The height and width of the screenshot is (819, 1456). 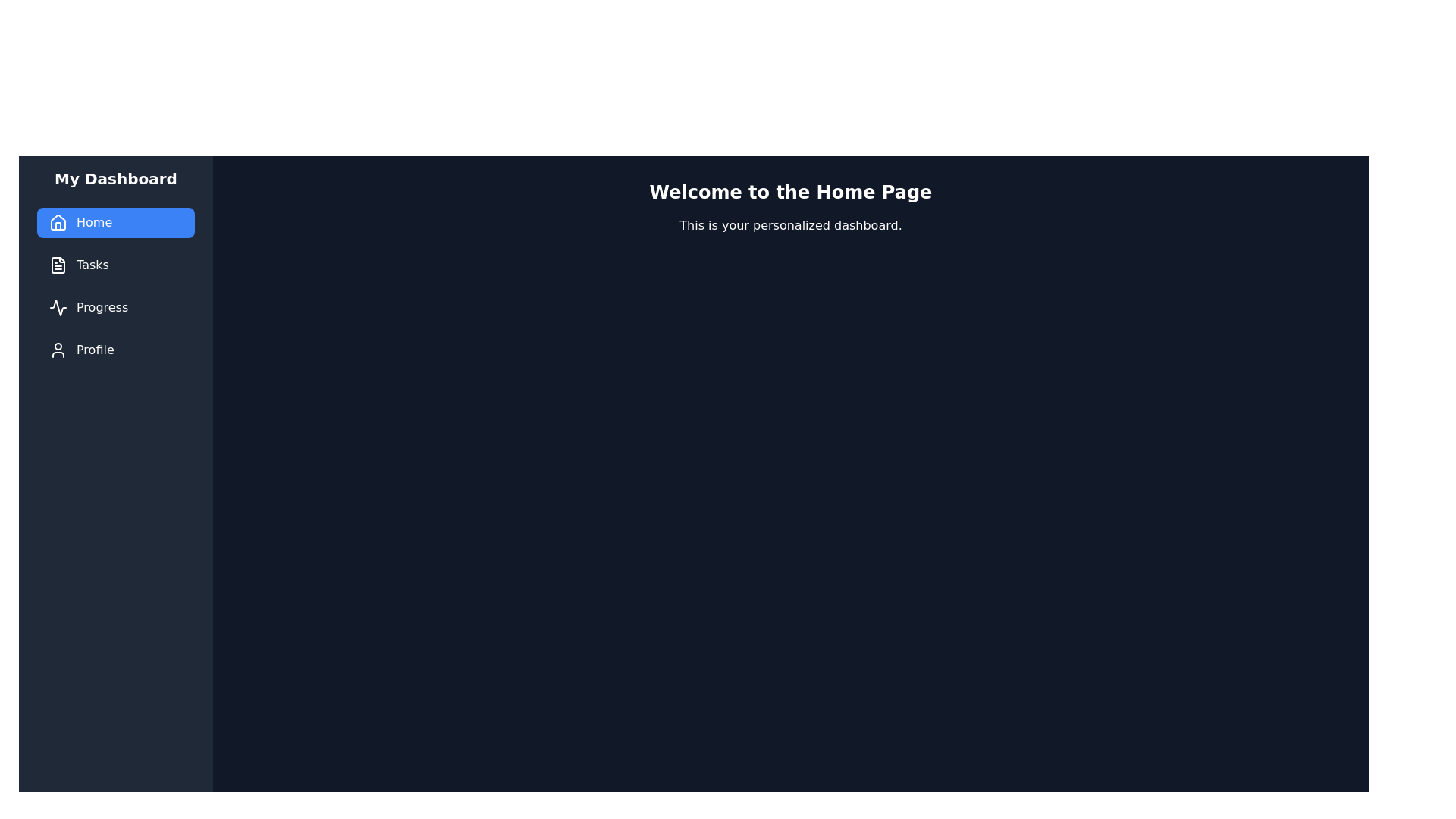 I want to click on the 'Progress' icon located in the sidebar navigation menu, positioned between 'Tasks' above and 'Profile' below, by moving the cursor to this element's center point, so click(x=58, y=307).